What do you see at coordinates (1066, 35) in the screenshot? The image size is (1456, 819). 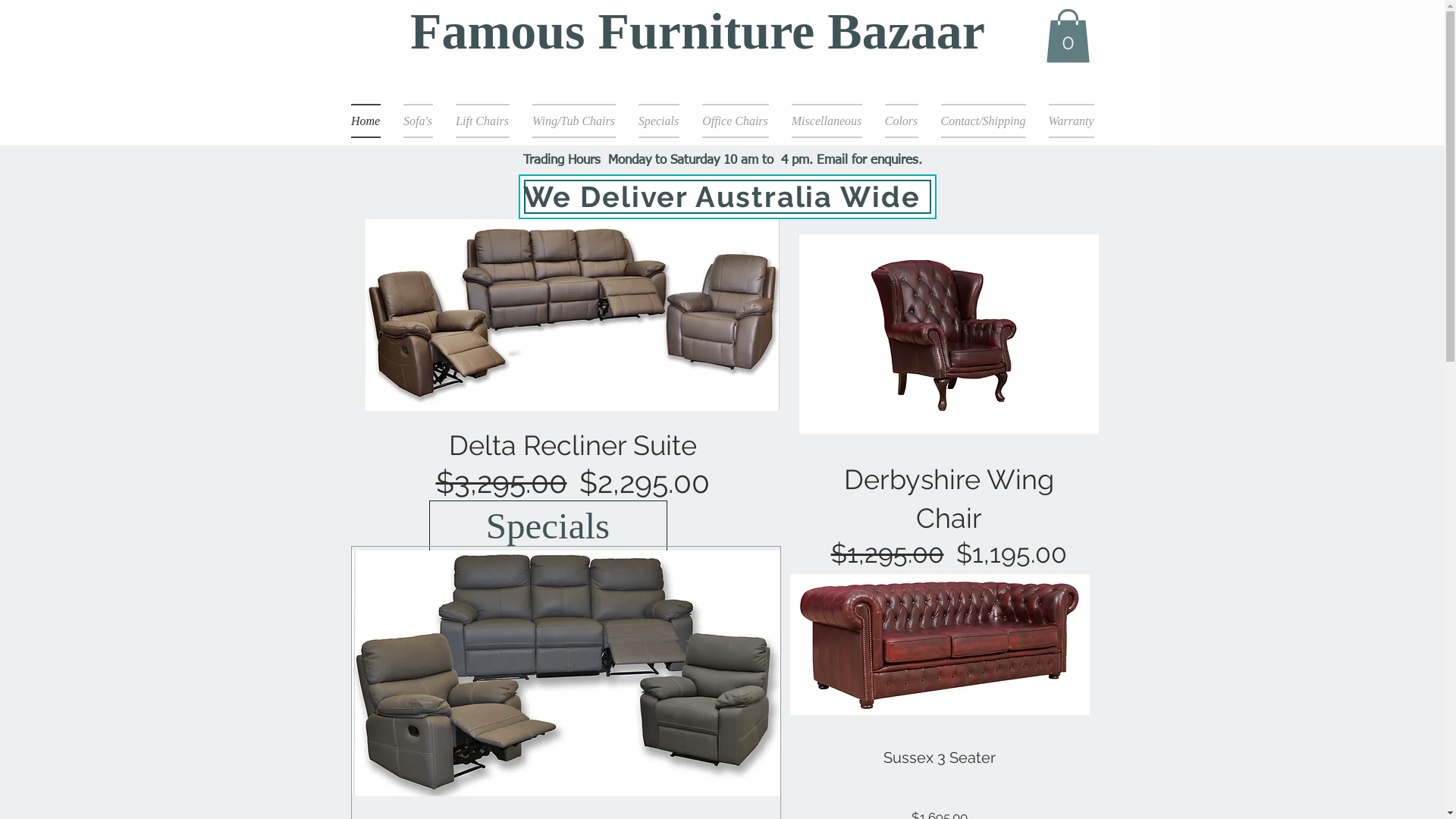 I see `'0'` at bounding box center [1066, 35].